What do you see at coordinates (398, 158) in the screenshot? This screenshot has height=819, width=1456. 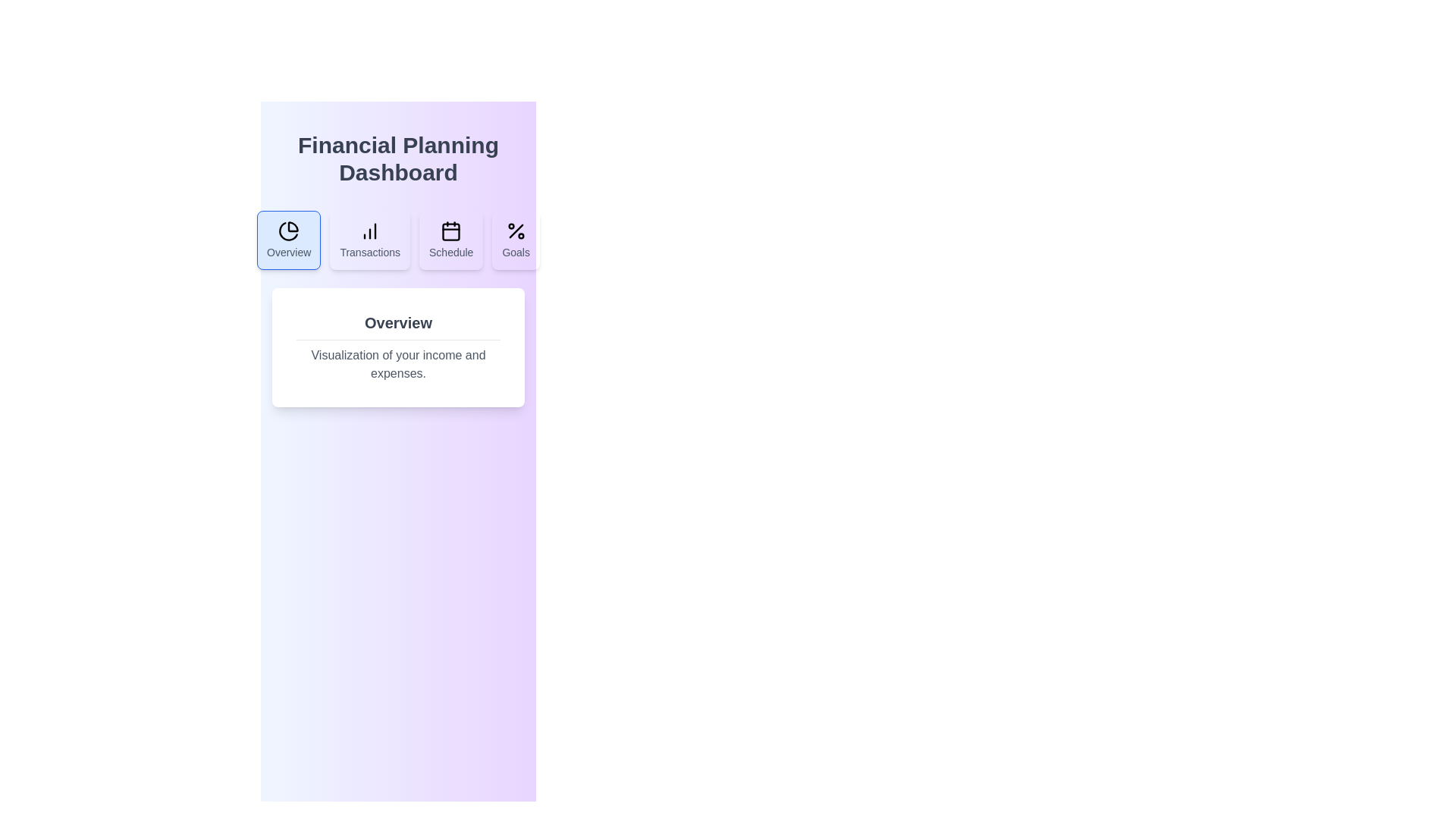 I see `text element titled 'Financial Planning Dashboard' displayed in large, bold, dark gray font at the top of the page` at bounding box center [398, 158].